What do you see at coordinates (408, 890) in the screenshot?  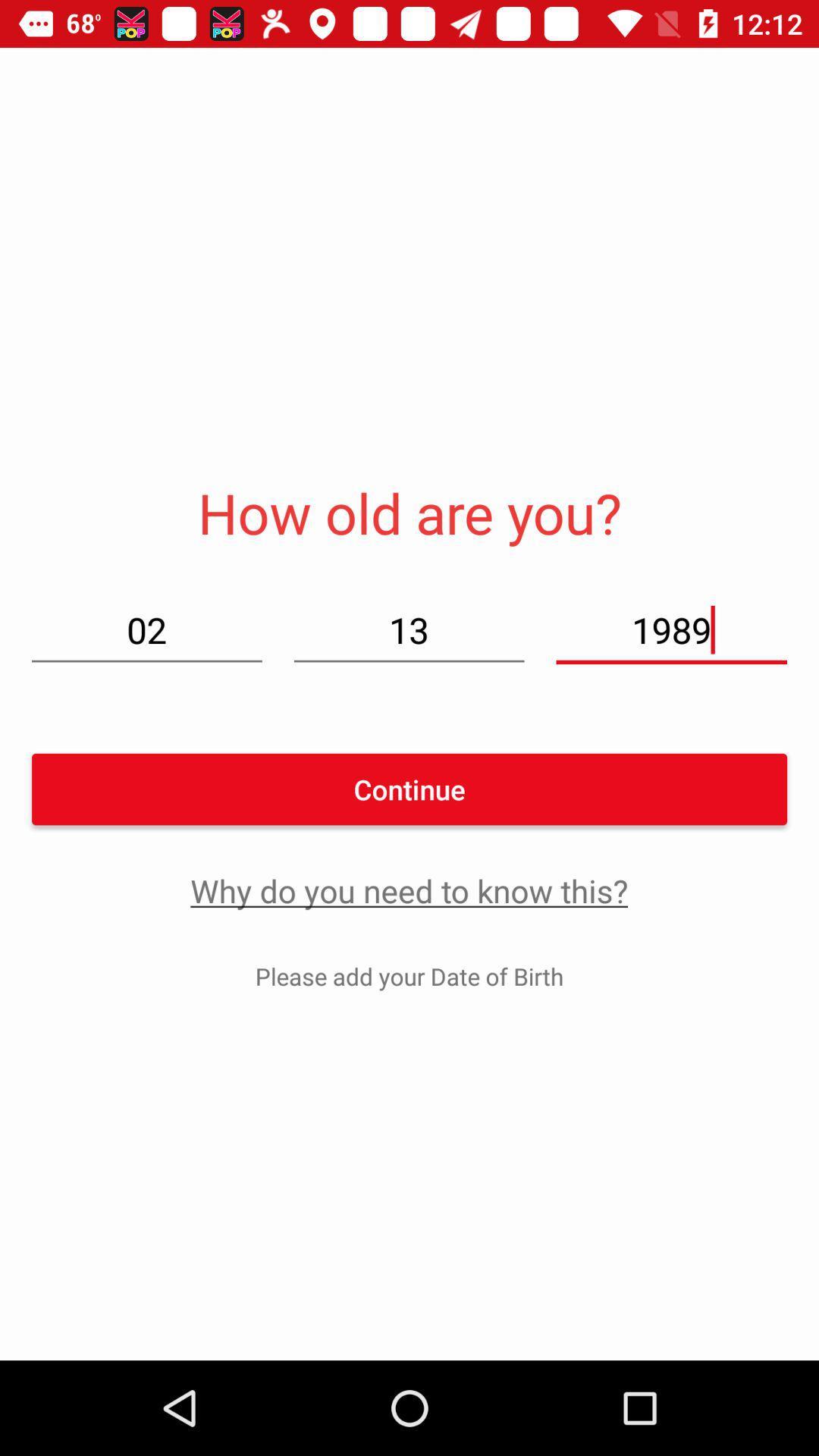 I see `why do you icon` at bounding box center [408, 890].